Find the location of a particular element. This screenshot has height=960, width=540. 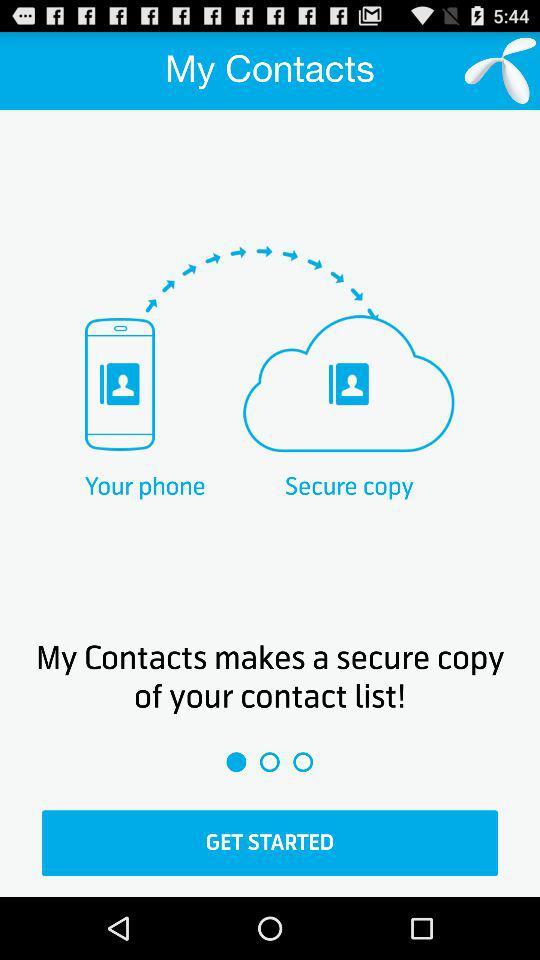

get started item is located at coordinates (270, 842).